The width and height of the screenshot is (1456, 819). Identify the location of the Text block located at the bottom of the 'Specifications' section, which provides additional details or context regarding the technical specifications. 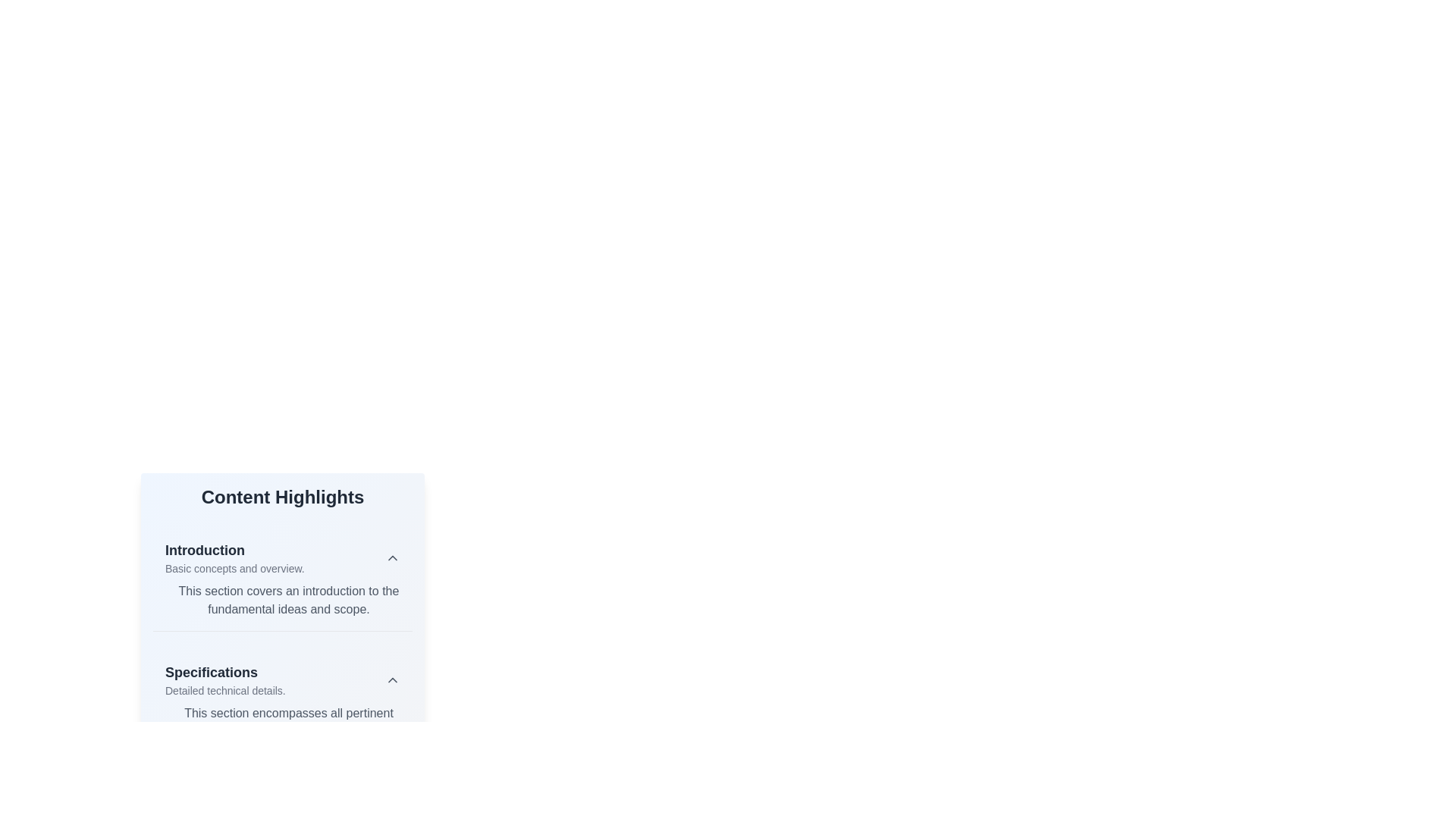
(283, 721).